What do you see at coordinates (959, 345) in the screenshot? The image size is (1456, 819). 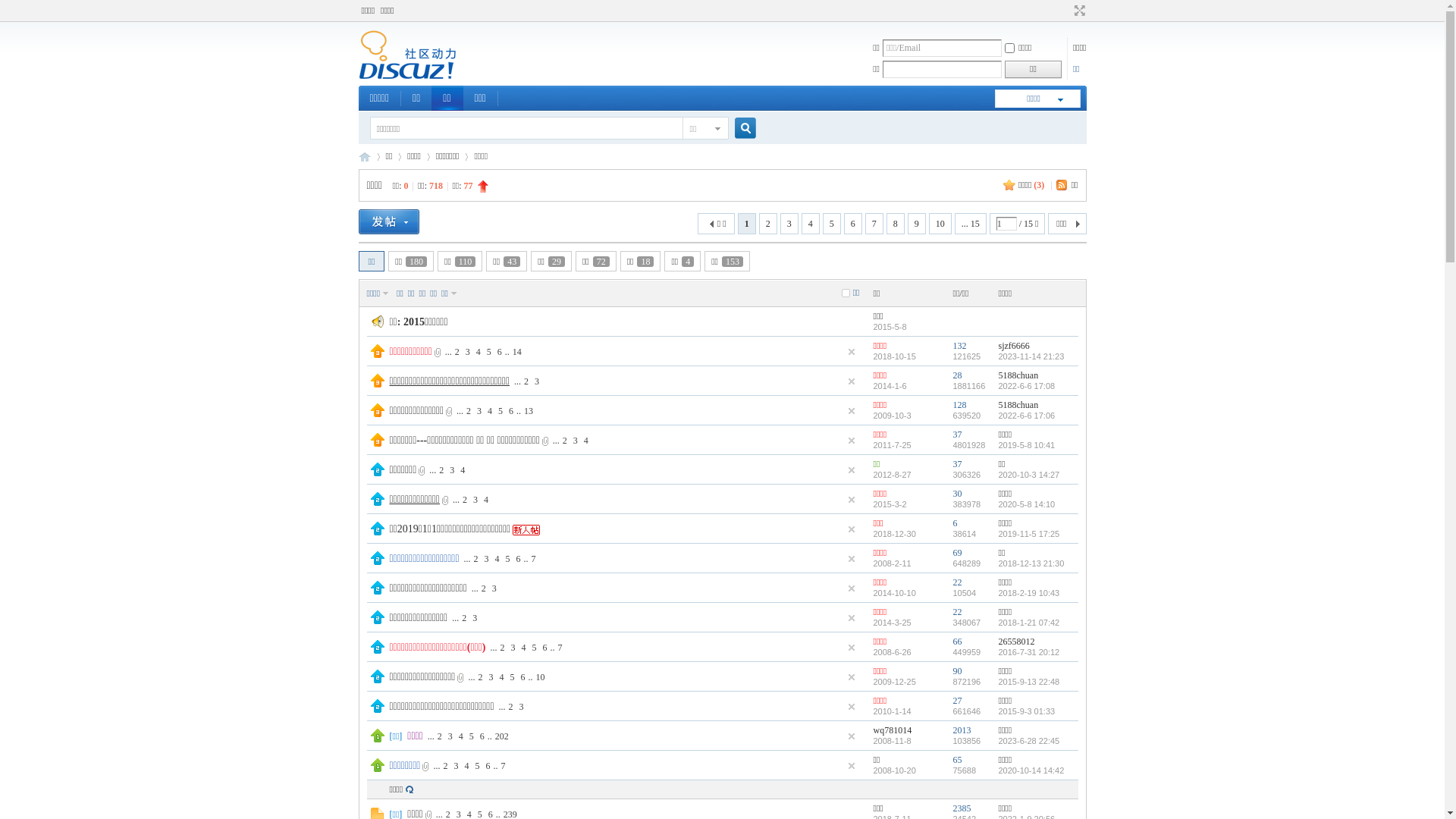 I see `'132'` at bounding box center [959, 345].